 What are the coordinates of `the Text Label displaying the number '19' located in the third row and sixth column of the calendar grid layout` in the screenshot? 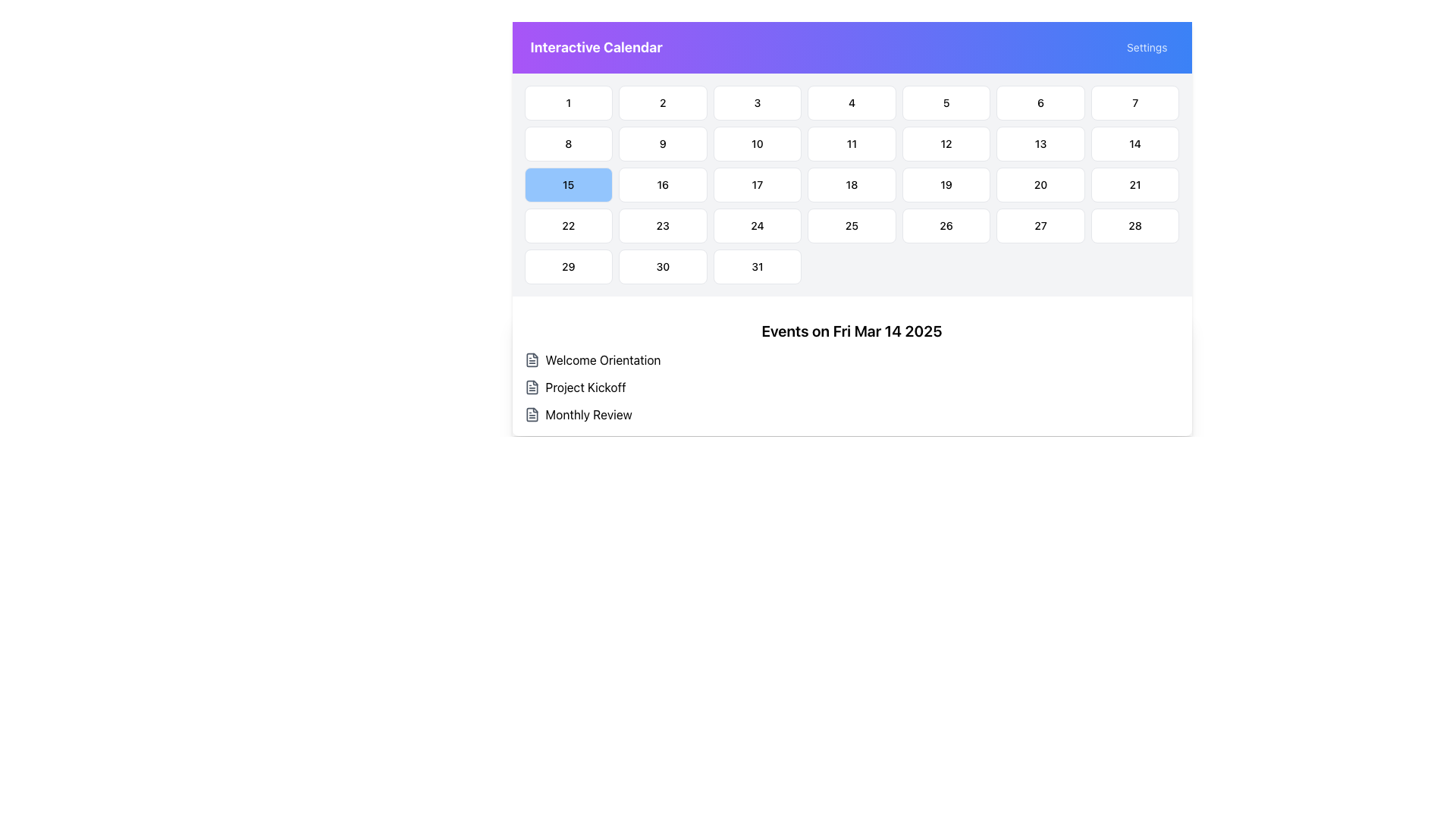 It's located at (946, 184).